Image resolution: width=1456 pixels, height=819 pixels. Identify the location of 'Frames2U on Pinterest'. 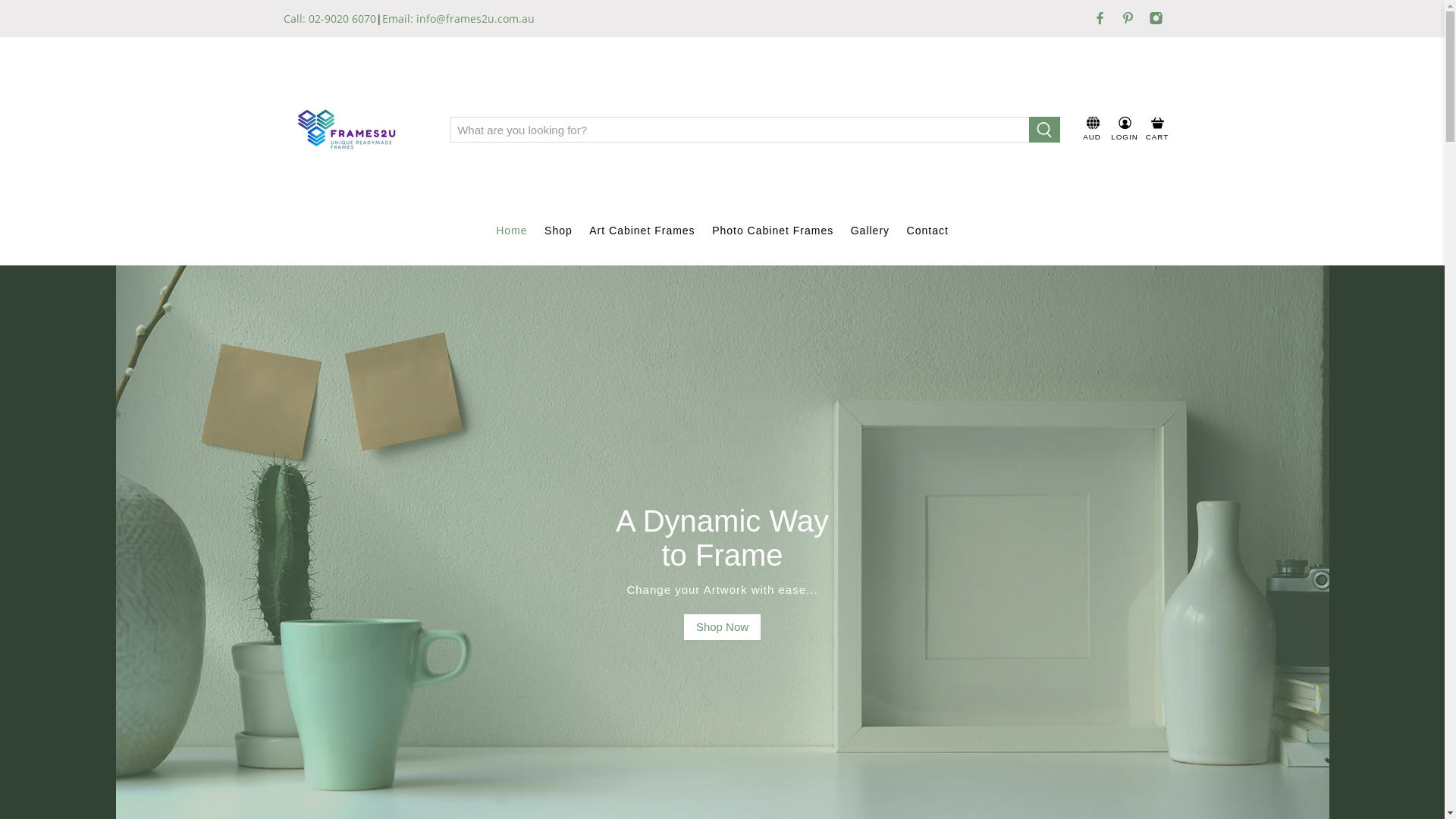
(1128, 17).